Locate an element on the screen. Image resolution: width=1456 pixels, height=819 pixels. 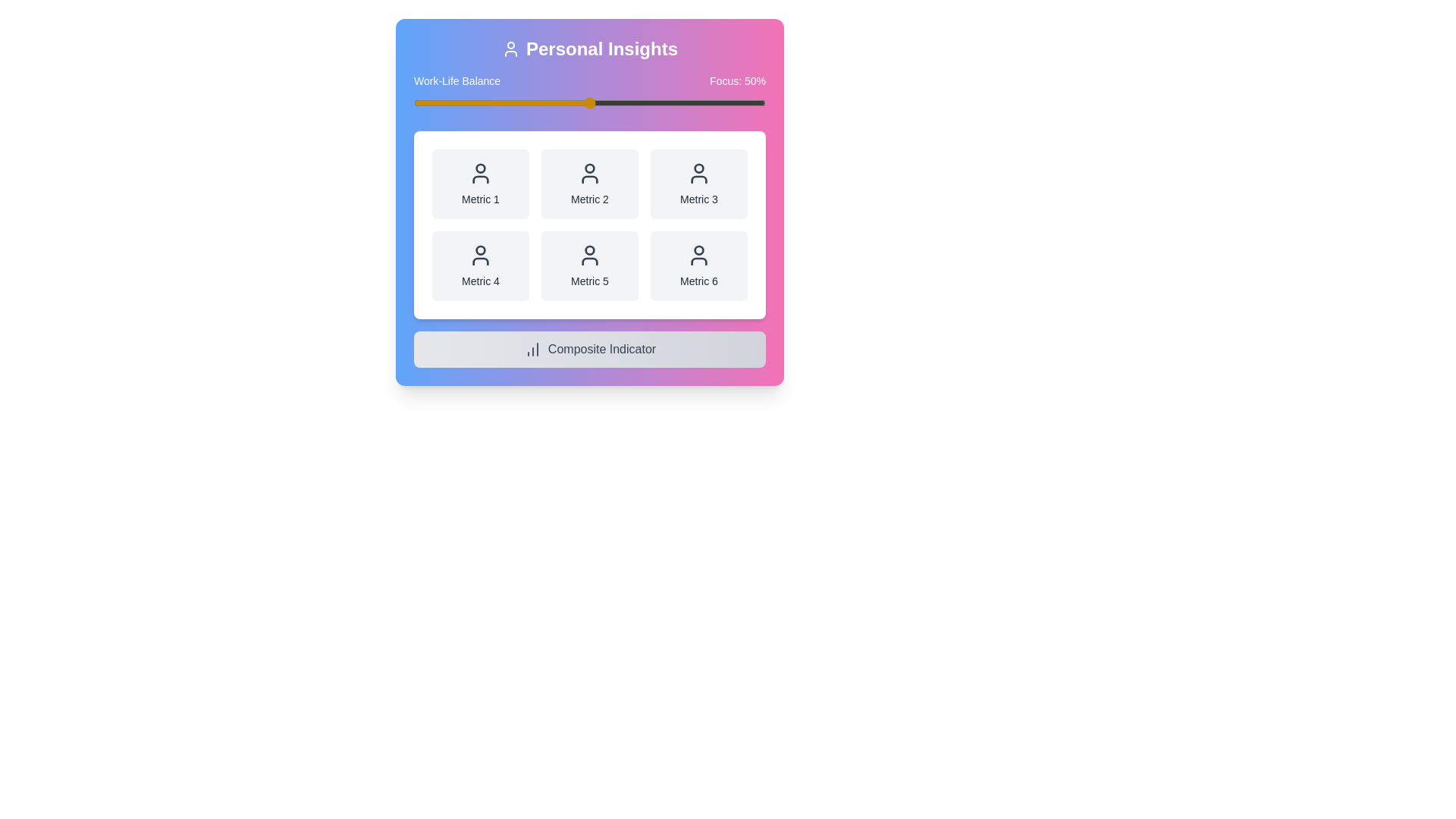
the slider to set the focus percentage to 62 is located at coordinates (632, 102).